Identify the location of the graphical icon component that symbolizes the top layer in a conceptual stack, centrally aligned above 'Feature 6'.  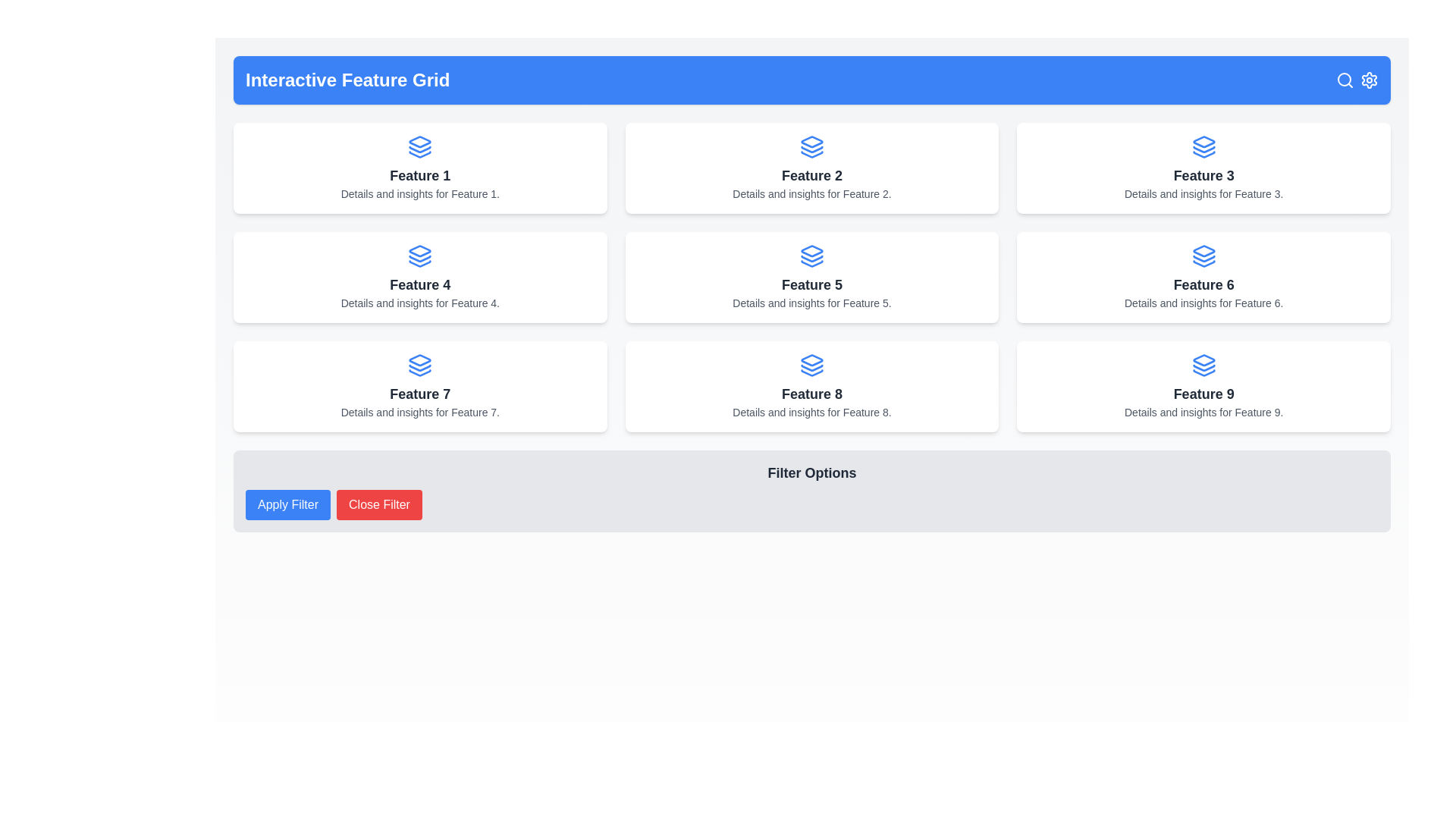
(1203, 250).